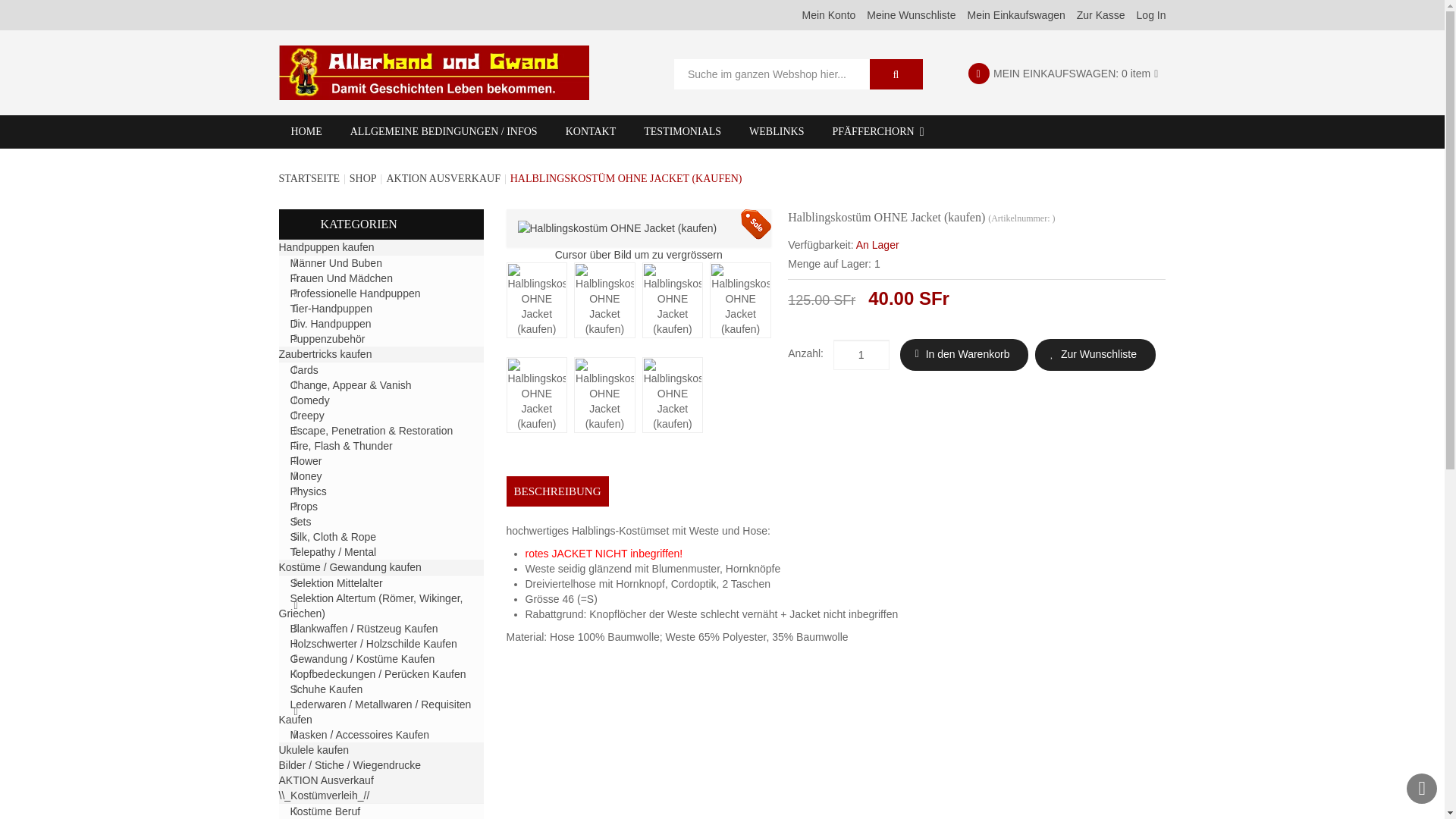  I want to click on 'Zaubertricks kaufen', so click(325, 353).